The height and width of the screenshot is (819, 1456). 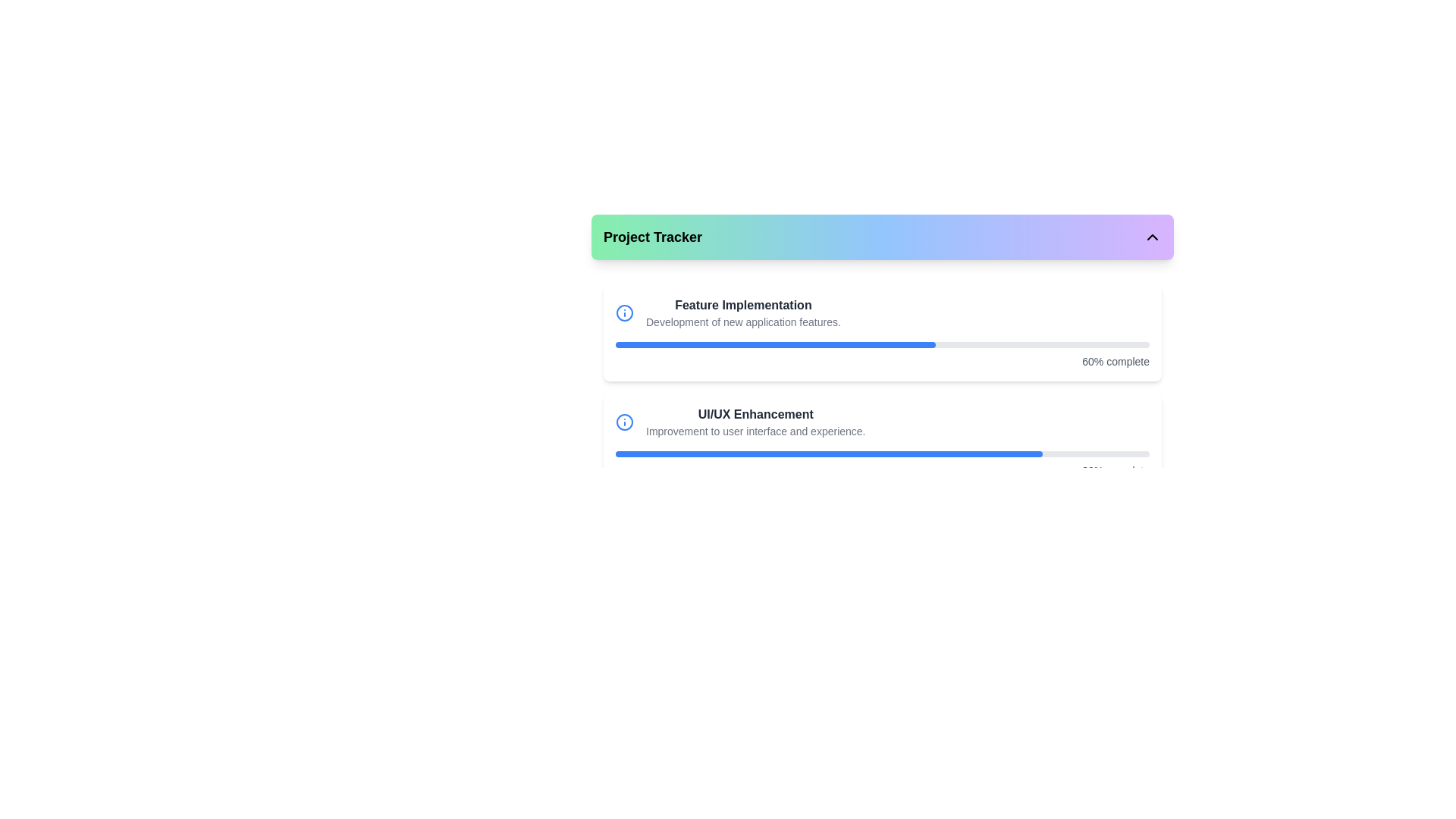 What do you see at coordinates (882, 345) in the screenshot?
I see `the Progress Bar located within the card labeled 'Feature Implementation', positioned horizontally beneath the descriptive text and title, and above the percentage text '60% complete'` at bounding box center [882, 345].